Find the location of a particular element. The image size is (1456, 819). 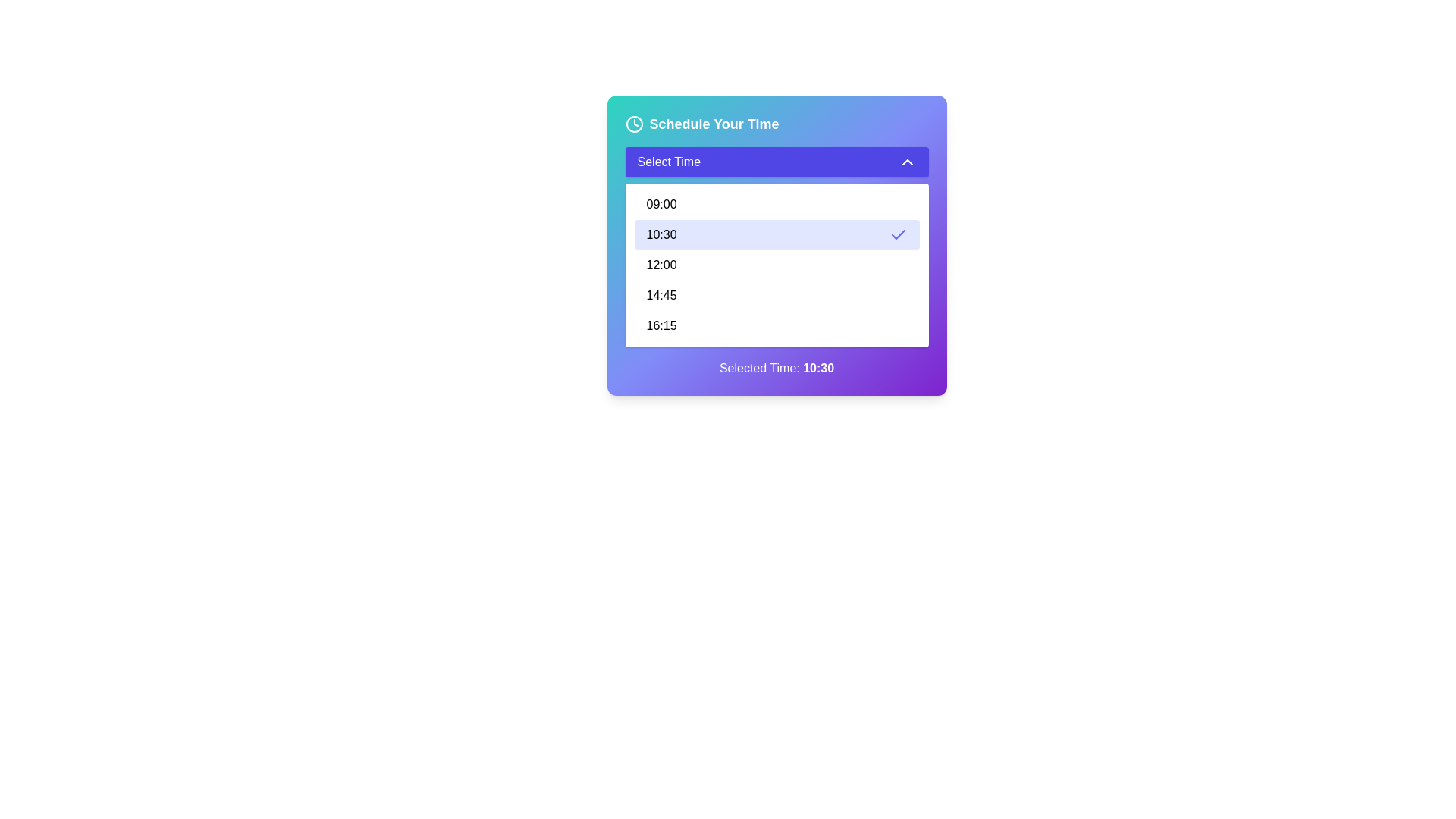

the text label displaying the time '09:00' is located at coordinates (661, 205).